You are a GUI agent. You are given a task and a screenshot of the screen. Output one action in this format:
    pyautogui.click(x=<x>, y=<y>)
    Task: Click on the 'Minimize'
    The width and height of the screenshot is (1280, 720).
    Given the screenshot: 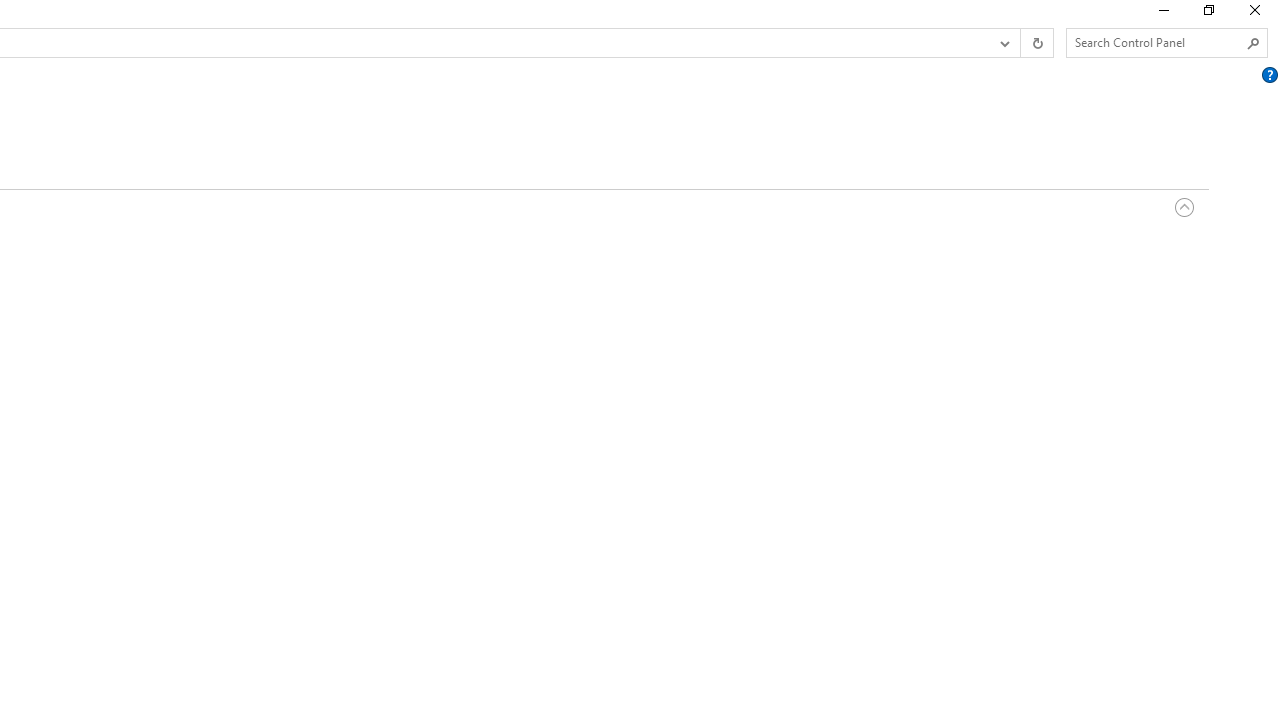 What is the action you would take?
    pyautogui.click(x=1162, y=15)
    